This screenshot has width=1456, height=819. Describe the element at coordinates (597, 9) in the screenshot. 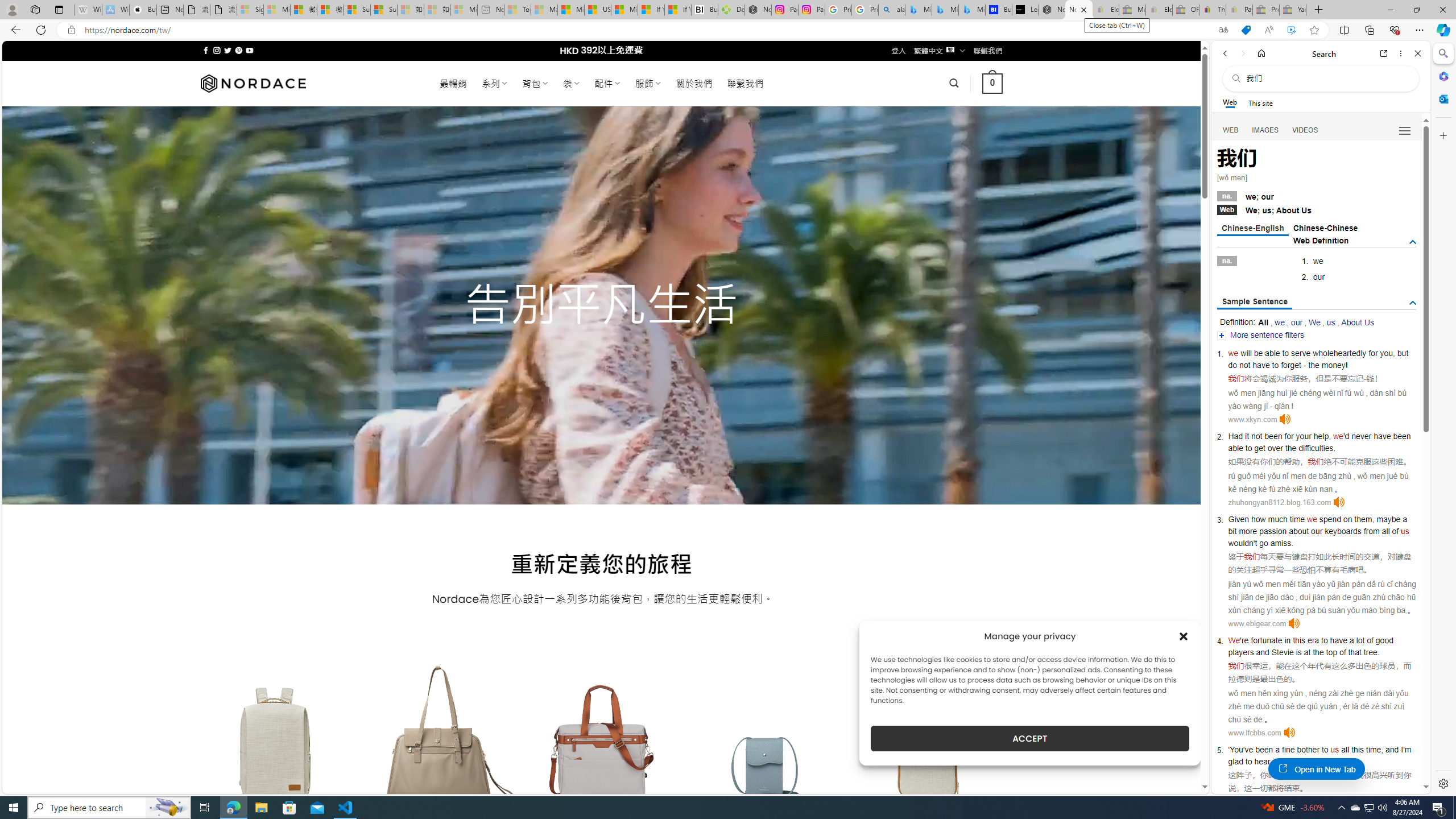

I see `'US Heat Deaths Soared To Record High Last Year'` at that location.